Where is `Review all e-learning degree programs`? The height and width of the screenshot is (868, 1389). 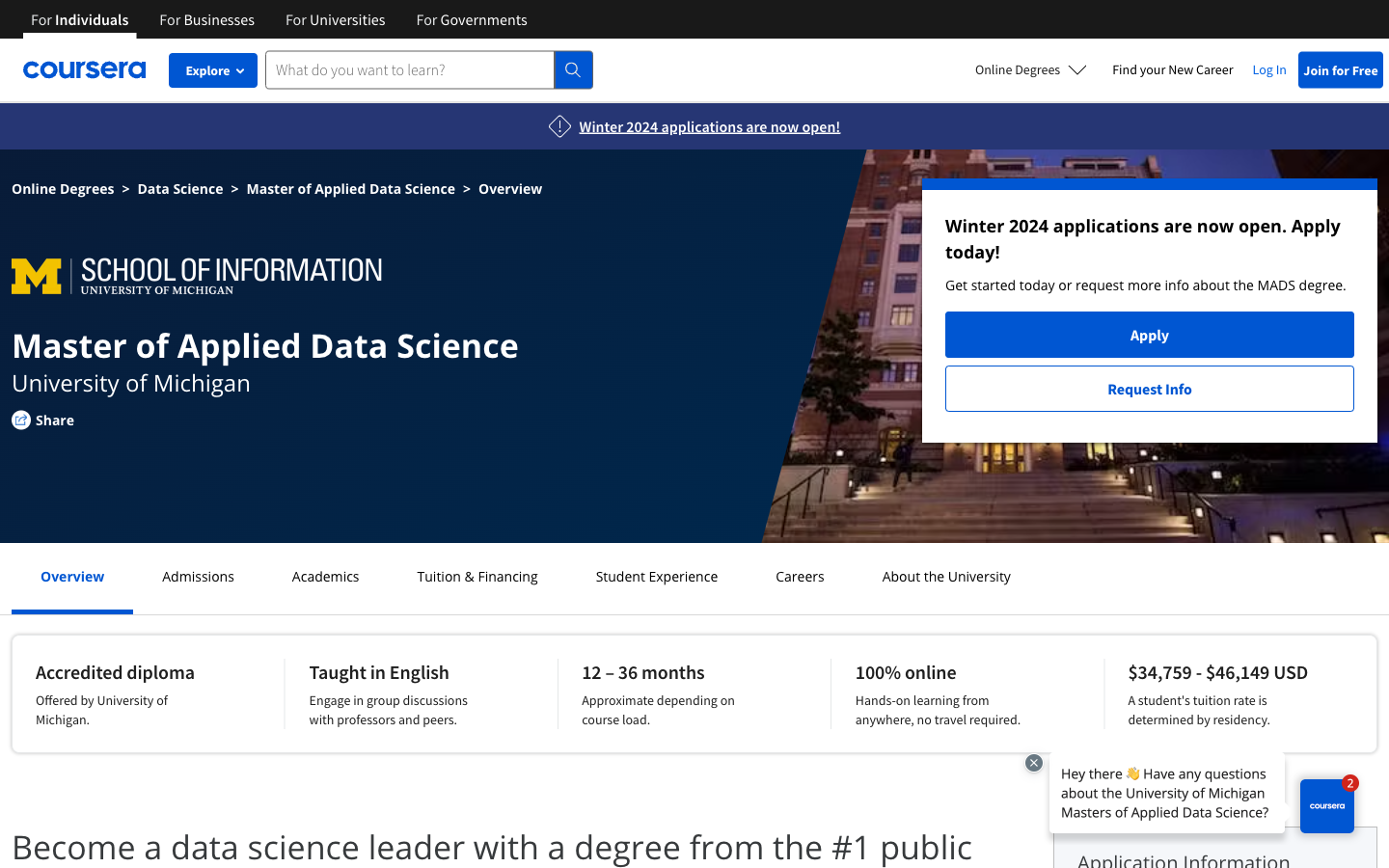 Review all e-learning degree programs is located at coordinates (1031, 68).